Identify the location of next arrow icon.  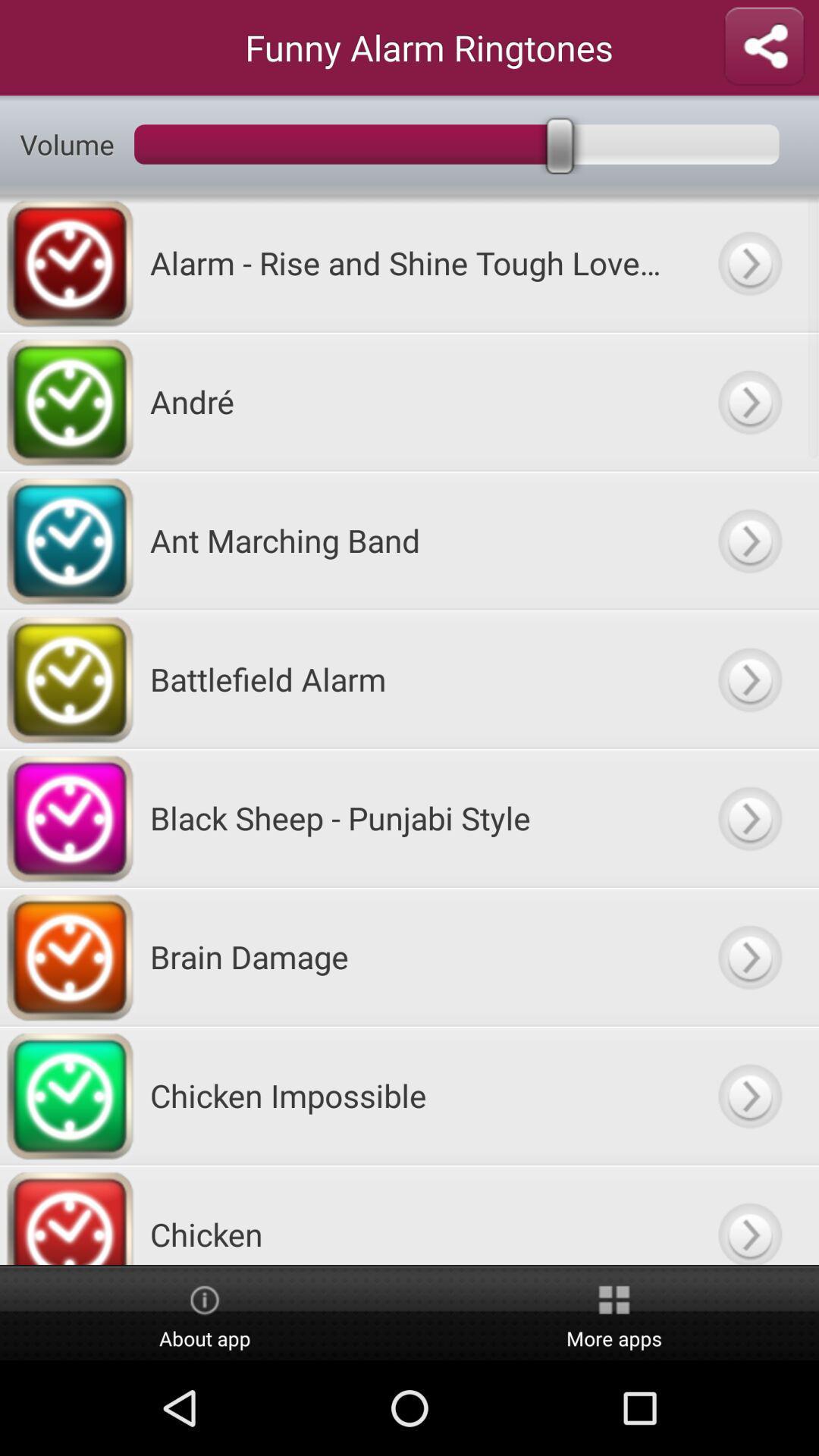
(748, 817).